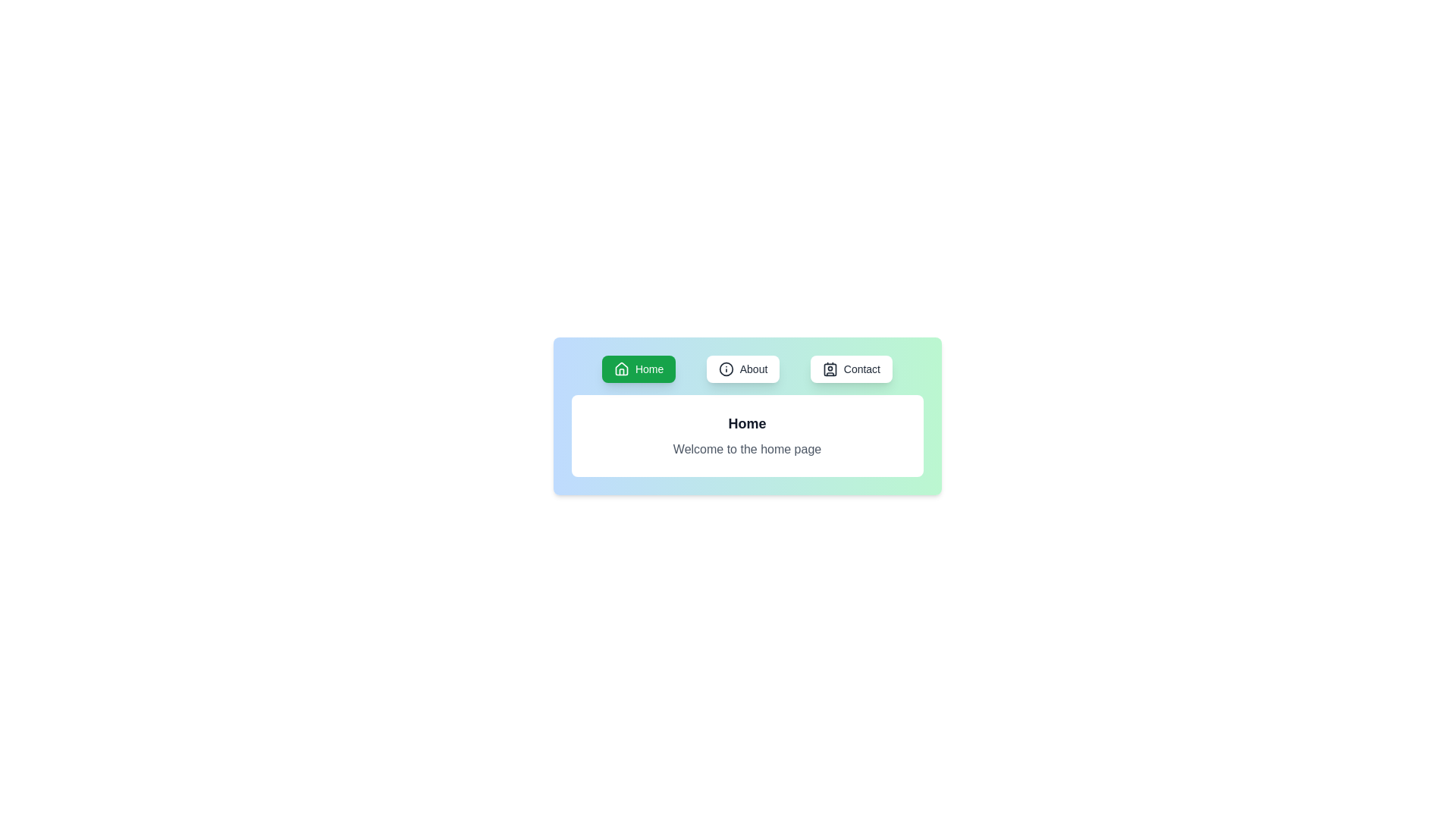 The width and height of the screenshot is (1456, 819). Describe the element at coordinates (639, 369) in the screenshot. I see `the Home tab to switch to it` at that location.